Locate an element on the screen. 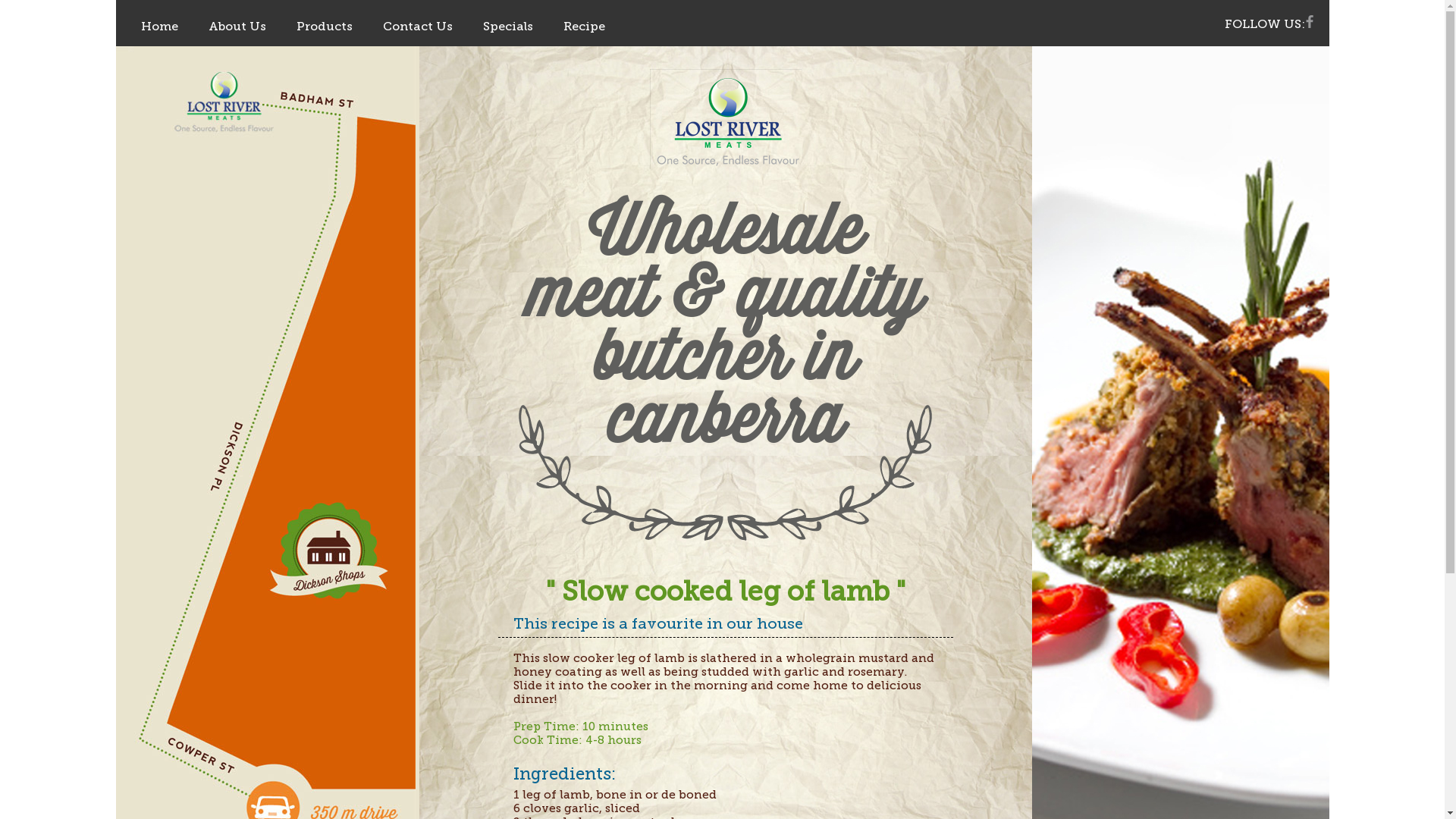  'Recipe' is located at coordinates (562, 26).